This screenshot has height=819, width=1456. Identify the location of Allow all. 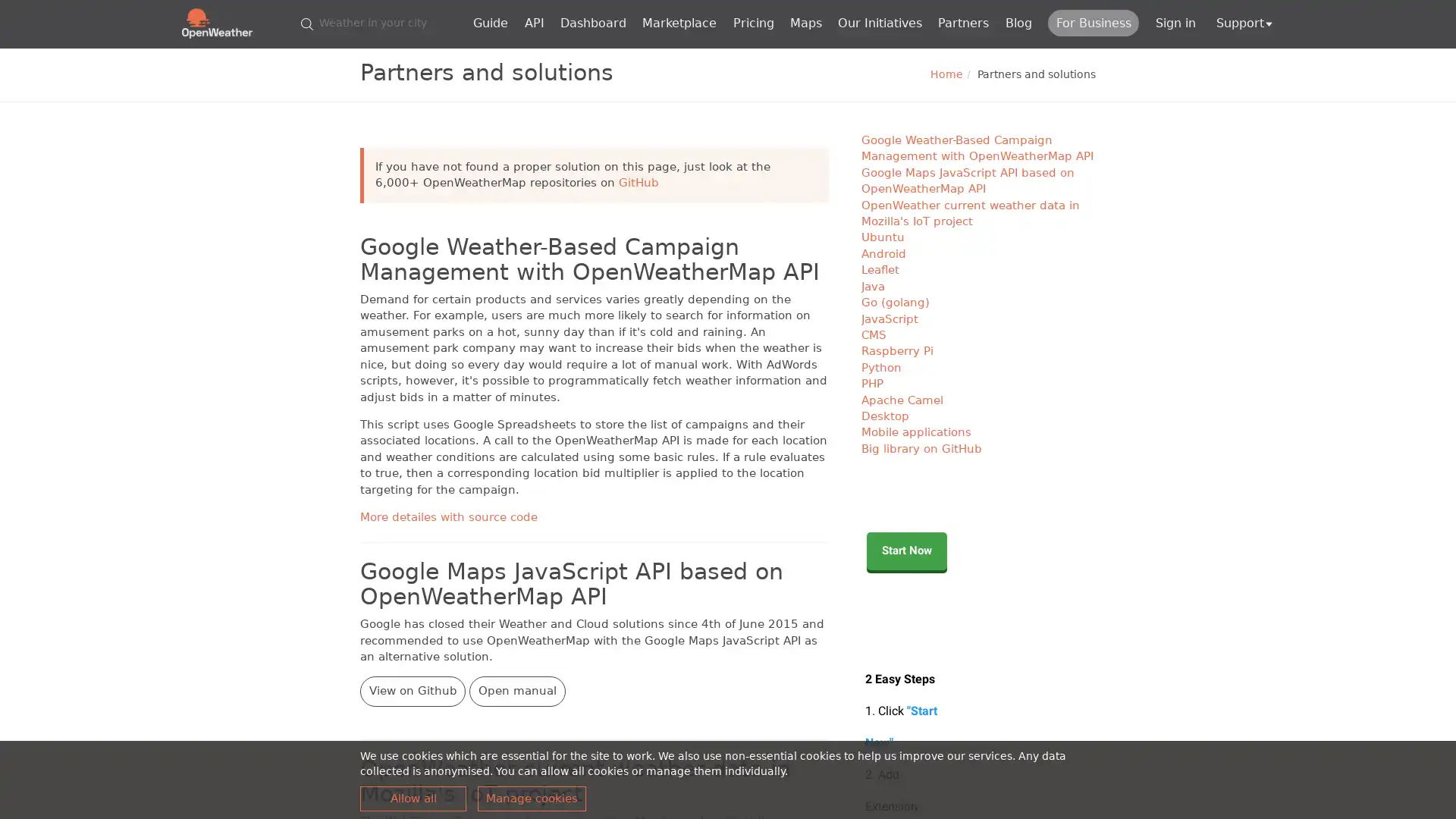
(413, 798).